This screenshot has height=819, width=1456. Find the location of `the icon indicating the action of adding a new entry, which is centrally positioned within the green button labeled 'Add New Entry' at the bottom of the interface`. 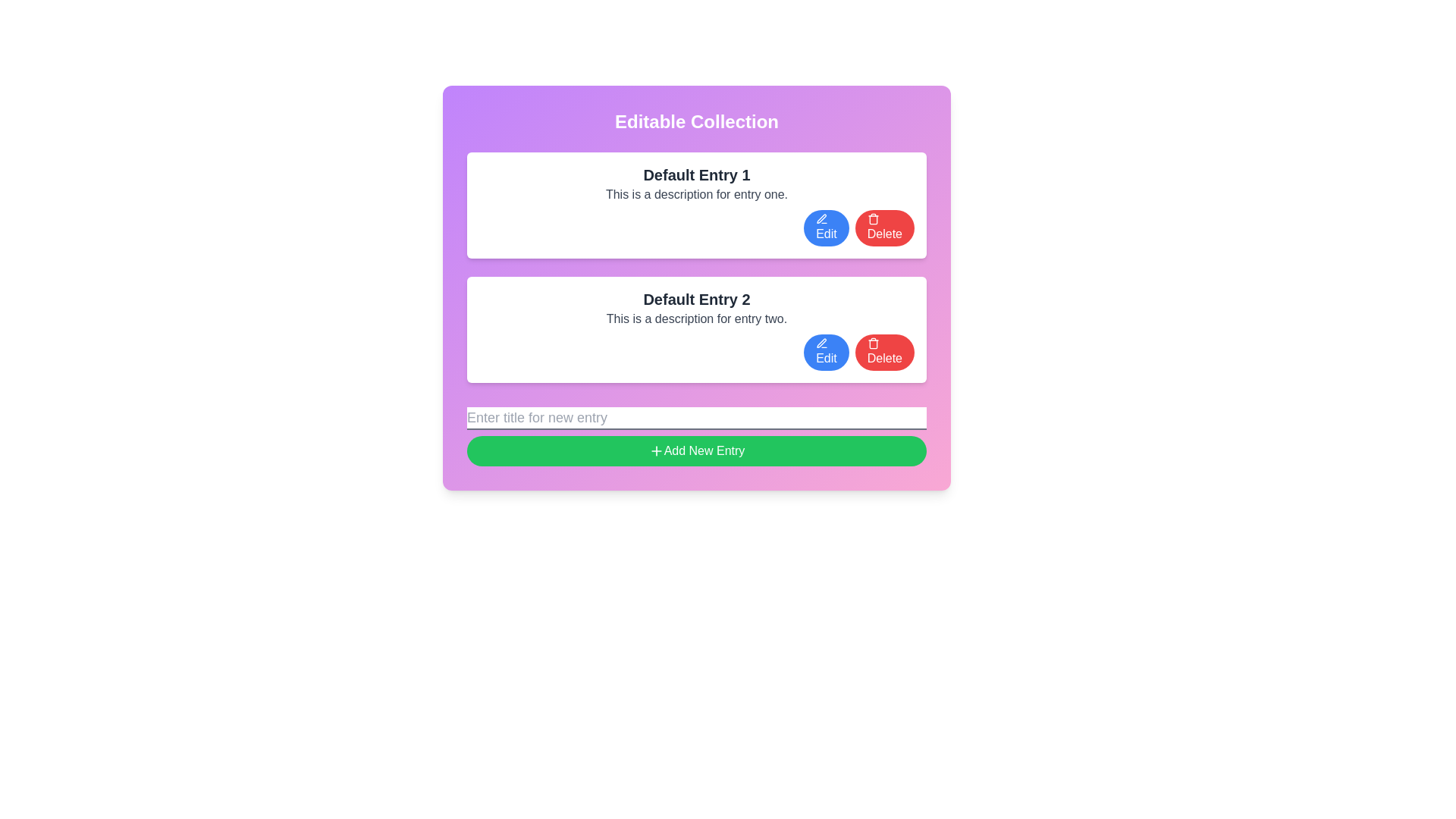

the icon indicating the action of adding a new entry, which is centrally positioned within the green button labeled 'Add New Entry' at the bottom of the interface is located at coordinates (656, 450).